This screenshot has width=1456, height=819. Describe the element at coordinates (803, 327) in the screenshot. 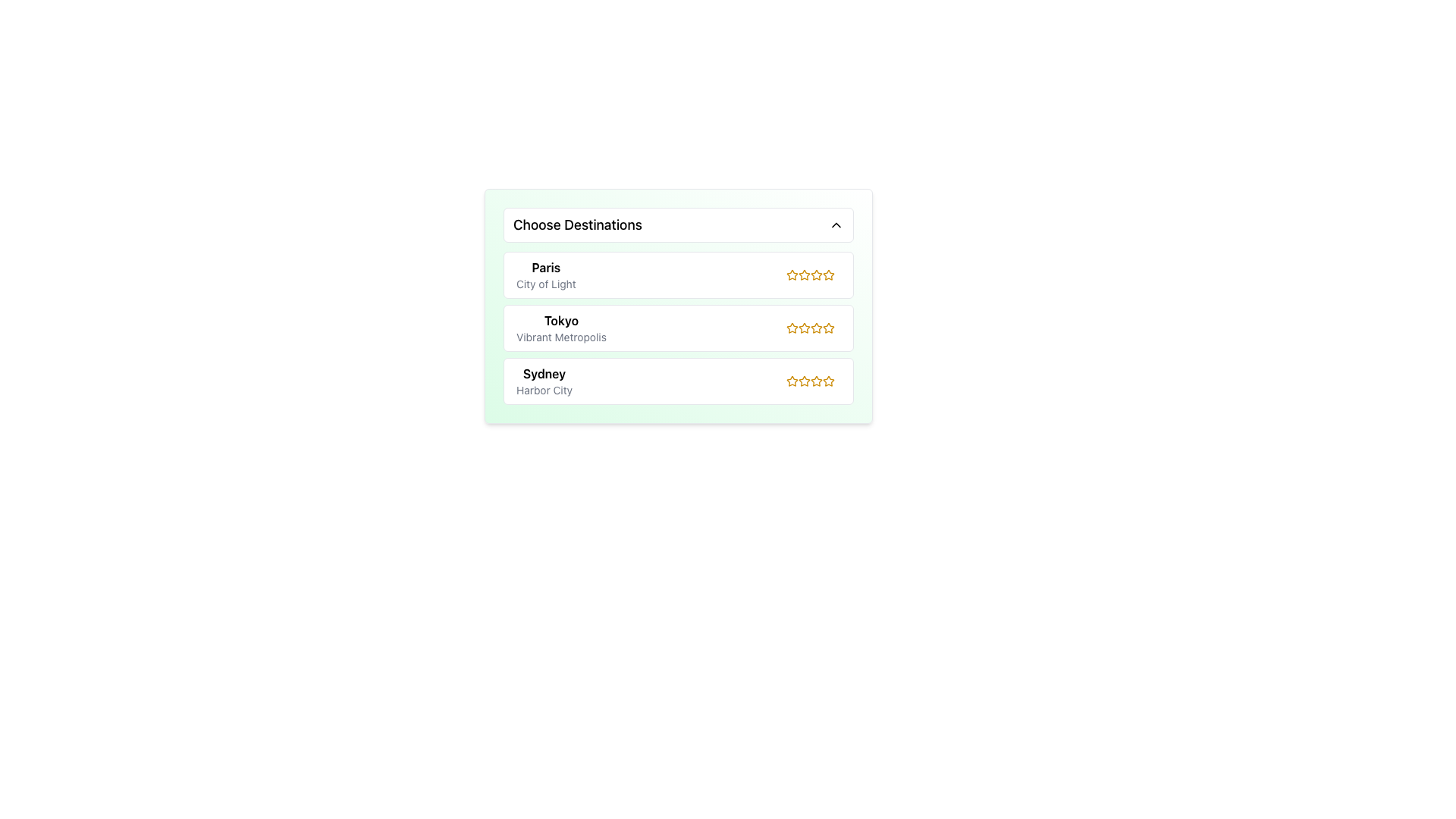

I see `the third star in the five-star rating system next to the label 'Tokyo' in the second row of the list interface` at that location.